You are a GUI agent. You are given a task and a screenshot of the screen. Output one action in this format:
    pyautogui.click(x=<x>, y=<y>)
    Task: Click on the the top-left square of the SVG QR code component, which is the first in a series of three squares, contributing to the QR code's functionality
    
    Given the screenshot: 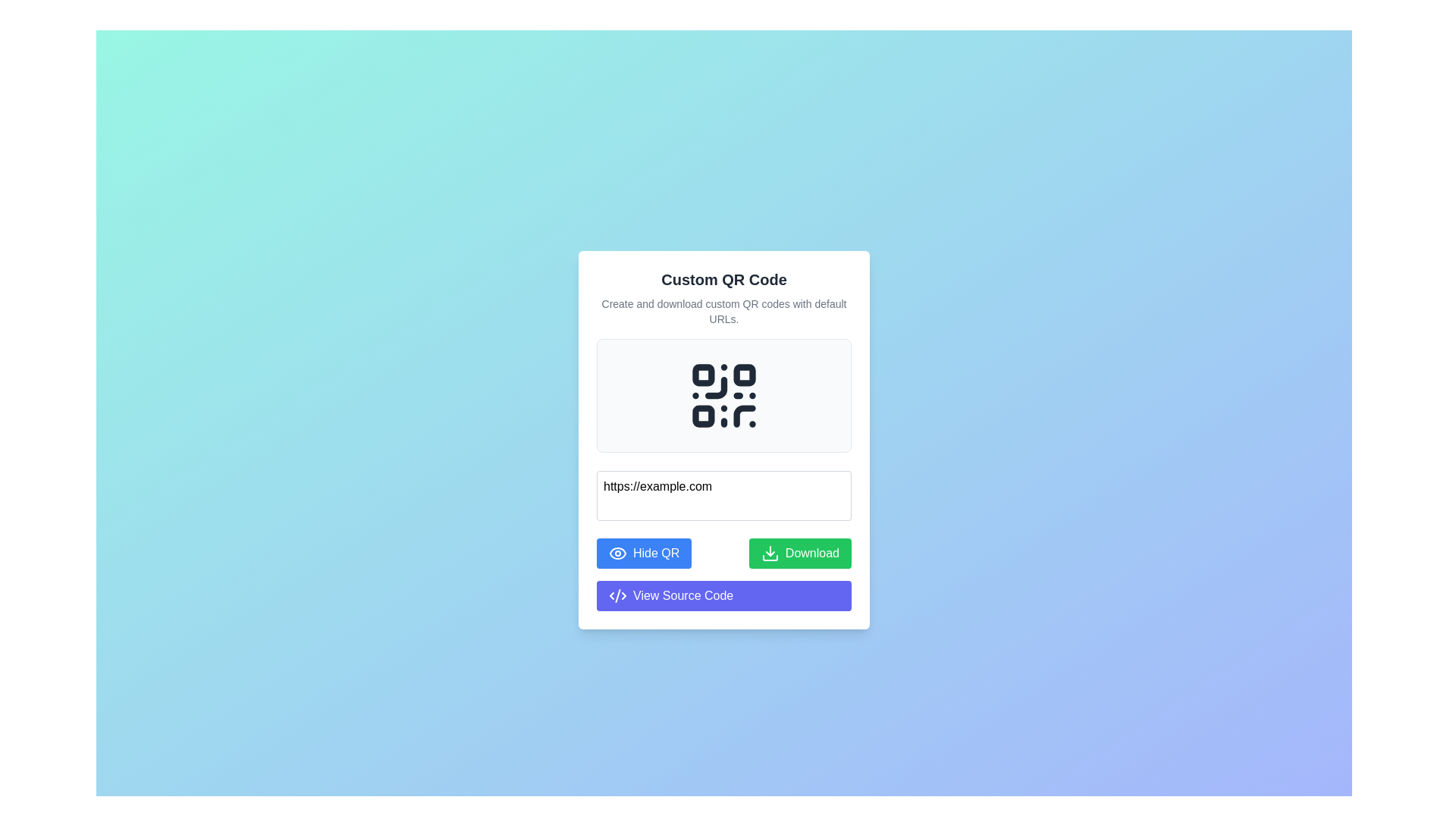 What is the action you would take?
    pyautogui.click(x=702, y=375)
    